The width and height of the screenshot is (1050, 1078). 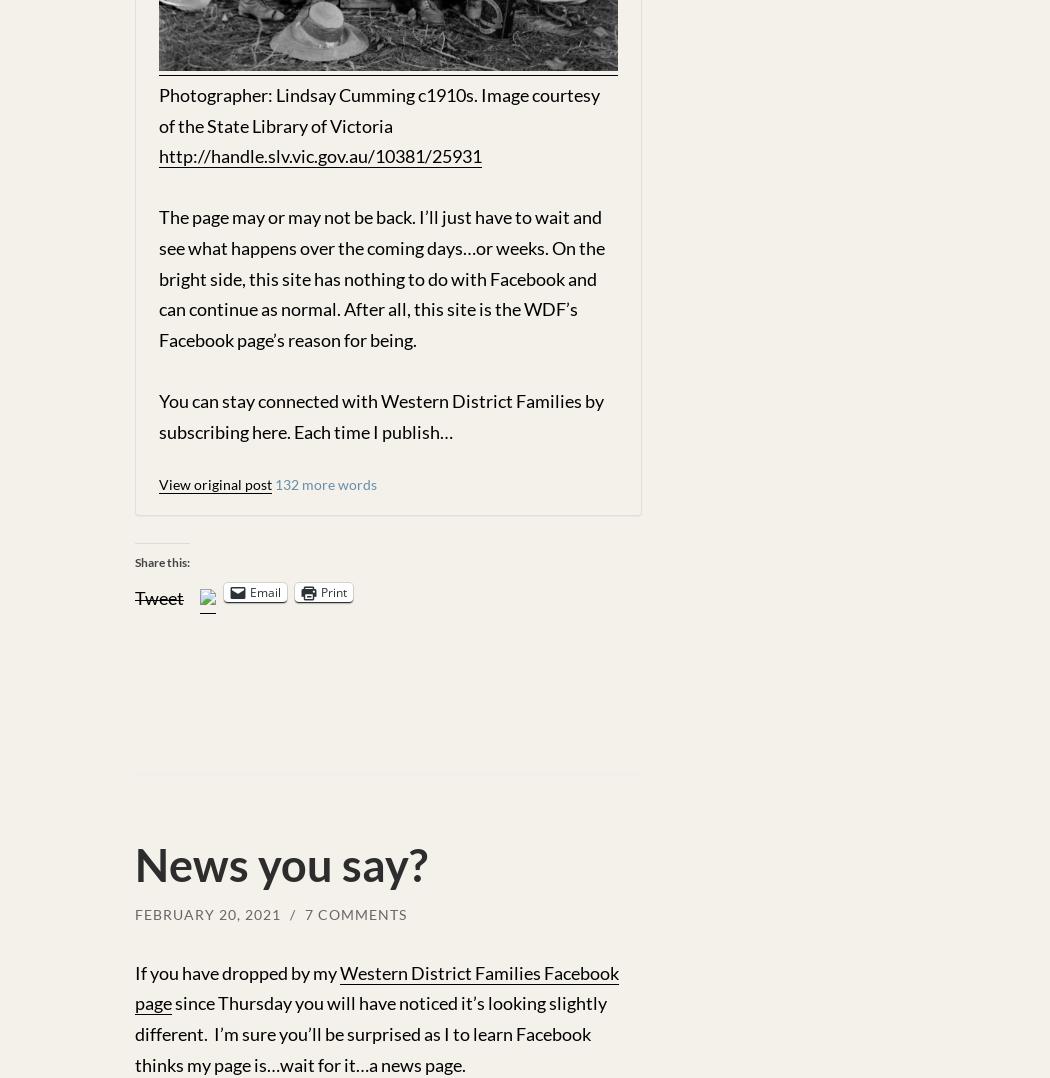 I want to click on '132 more words', so click(x=326, y=482).